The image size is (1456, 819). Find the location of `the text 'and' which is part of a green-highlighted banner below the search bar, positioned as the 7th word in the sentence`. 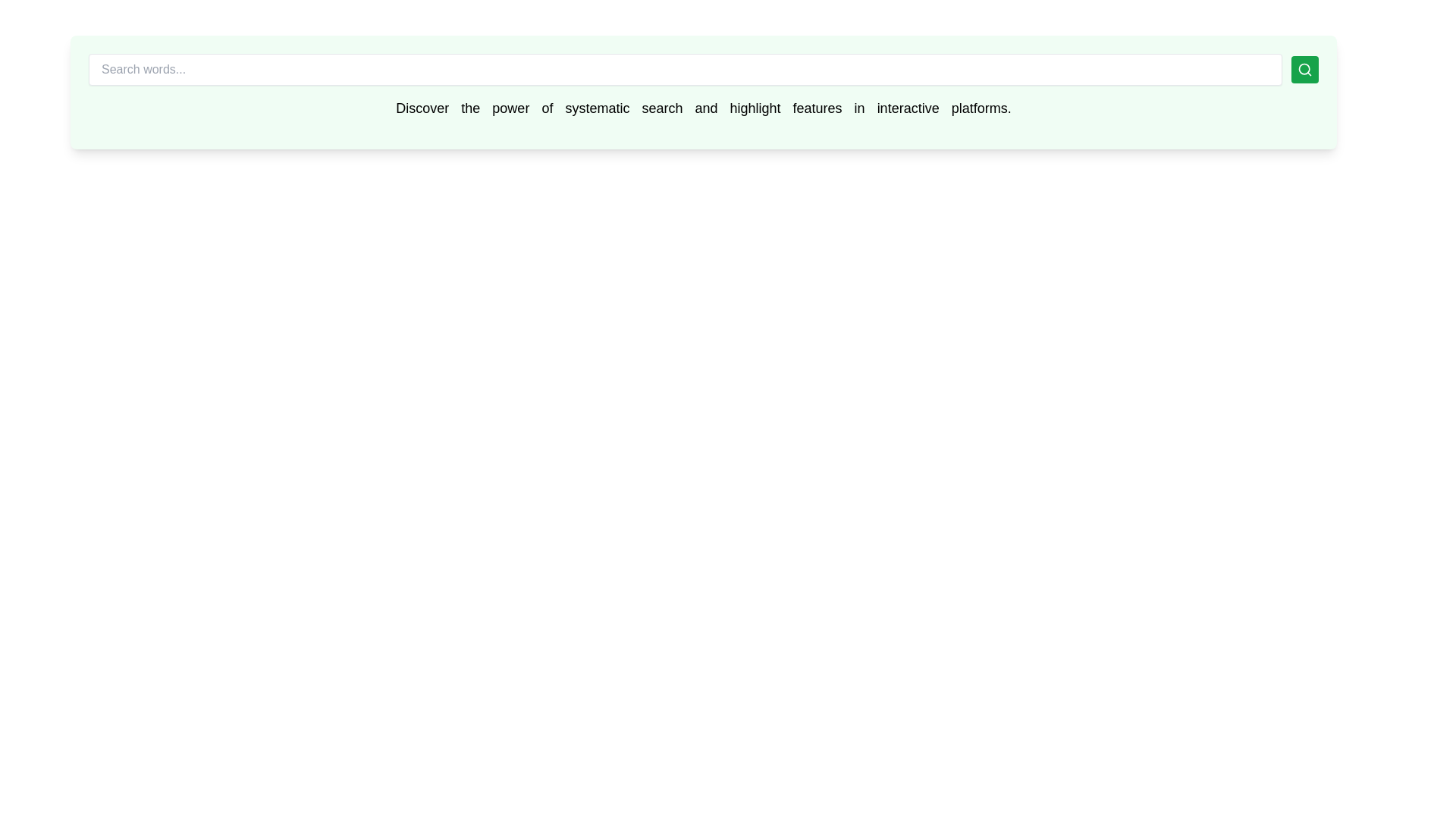

the text 'and' which is part of a green-highlighted banner below the search bar, positioned as the 7th word in the sentence is located at coordinates (705, 107).